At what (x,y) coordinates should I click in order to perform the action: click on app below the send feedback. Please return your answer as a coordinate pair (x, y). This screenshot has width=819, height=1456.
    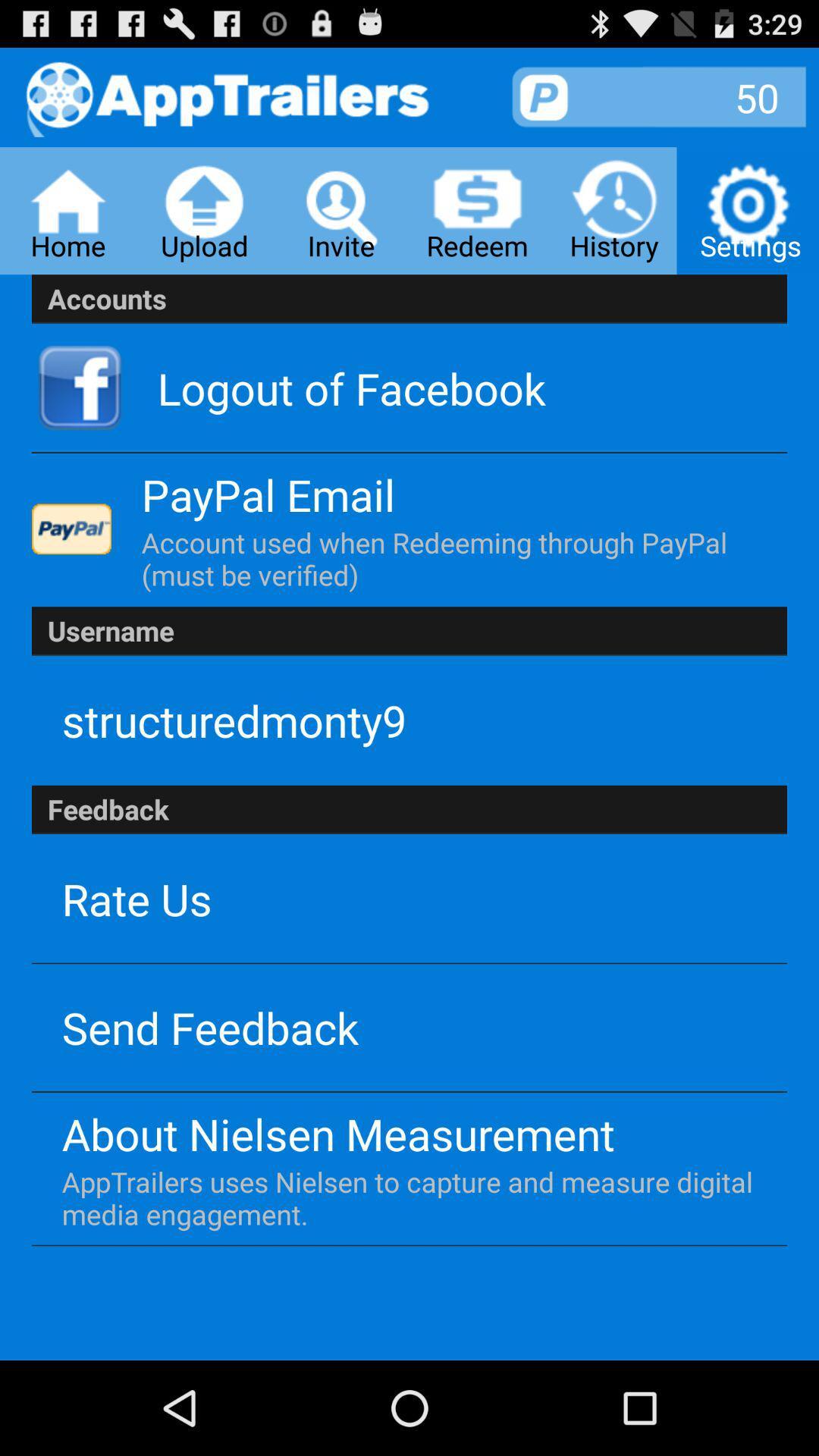
    Looking at the image, I should click on (337, 1134).